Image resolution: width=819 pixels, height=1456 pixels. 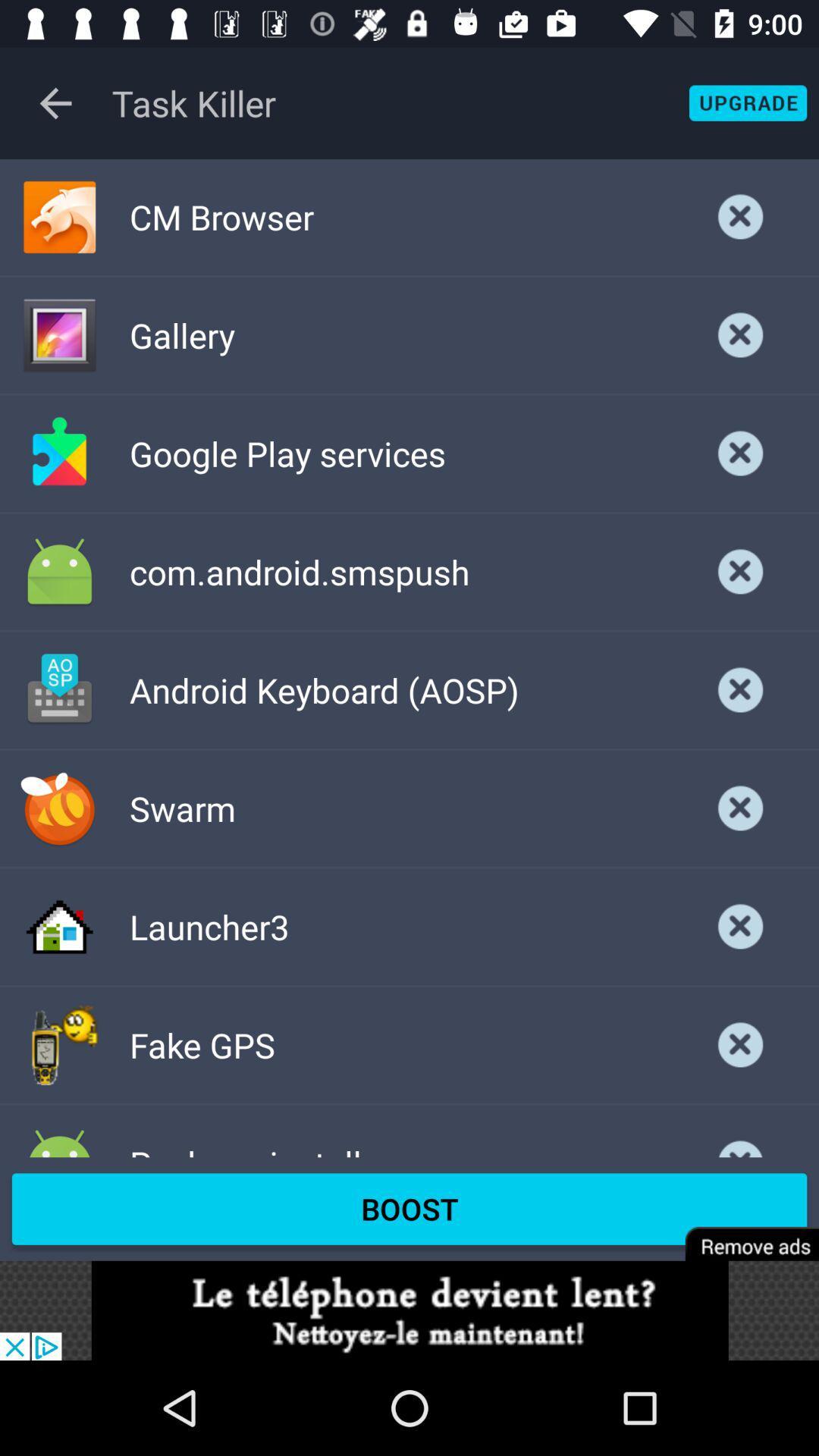 I want to click on shutdown task, so click(x=740, y=334).